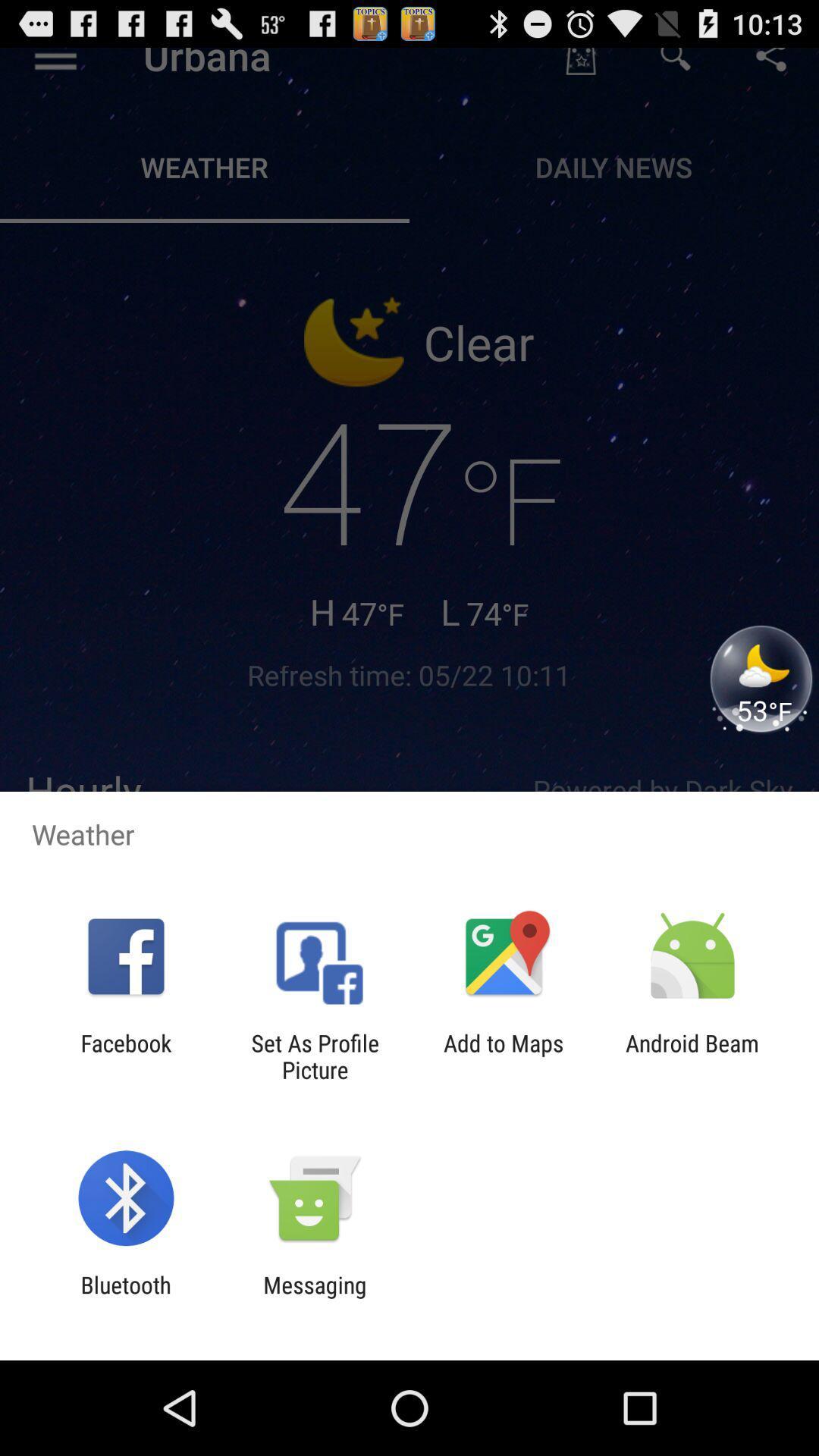  I want to click on the bluetooth item, so click(125, 1298).